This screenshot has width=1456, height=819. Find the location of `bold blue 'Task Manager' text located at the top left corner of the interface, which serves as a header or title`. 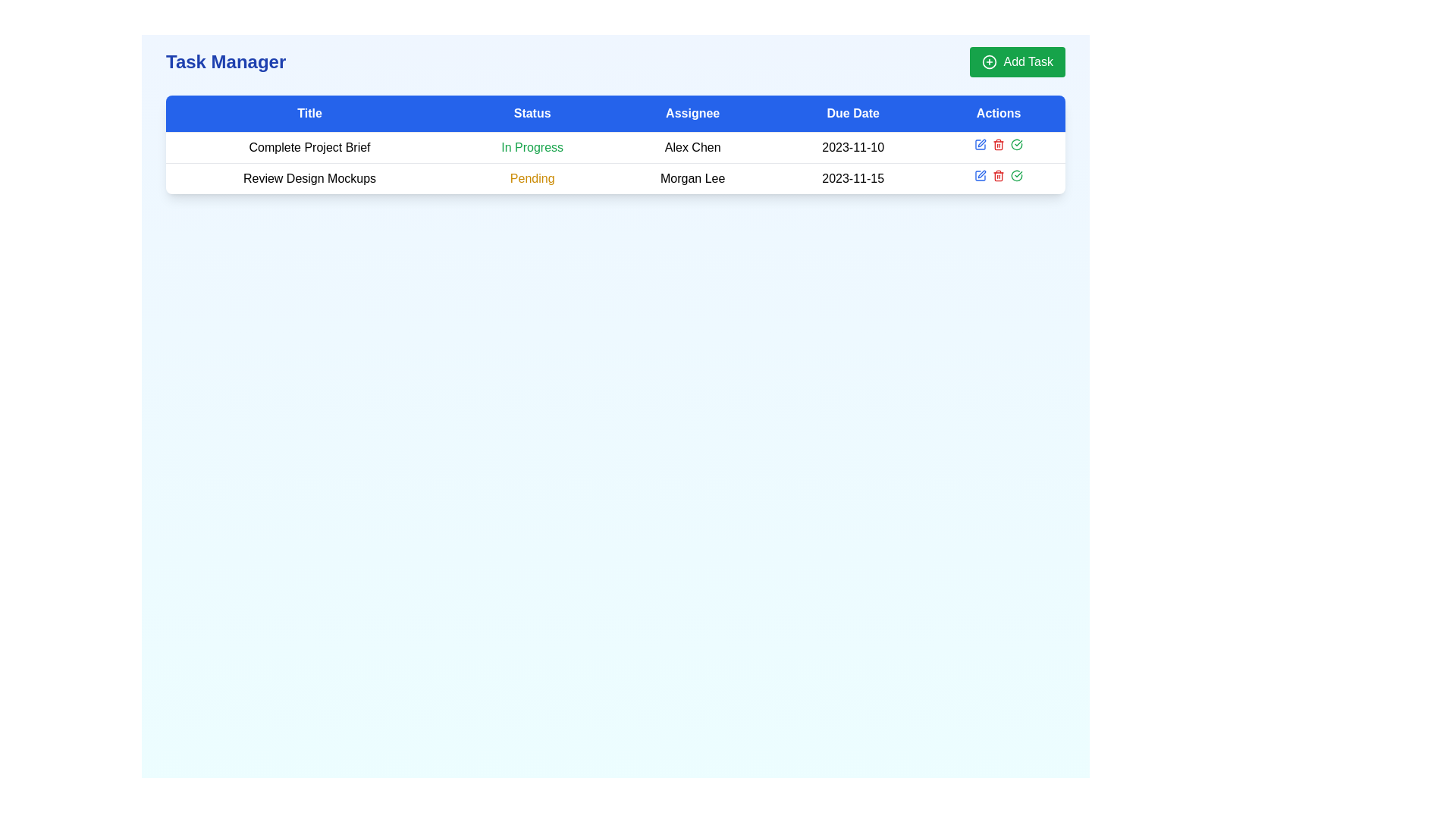

bold blue 'Task Manager' text located at the top left corner of the interface, which serves as a header or title is located at coordinates (225, 61).